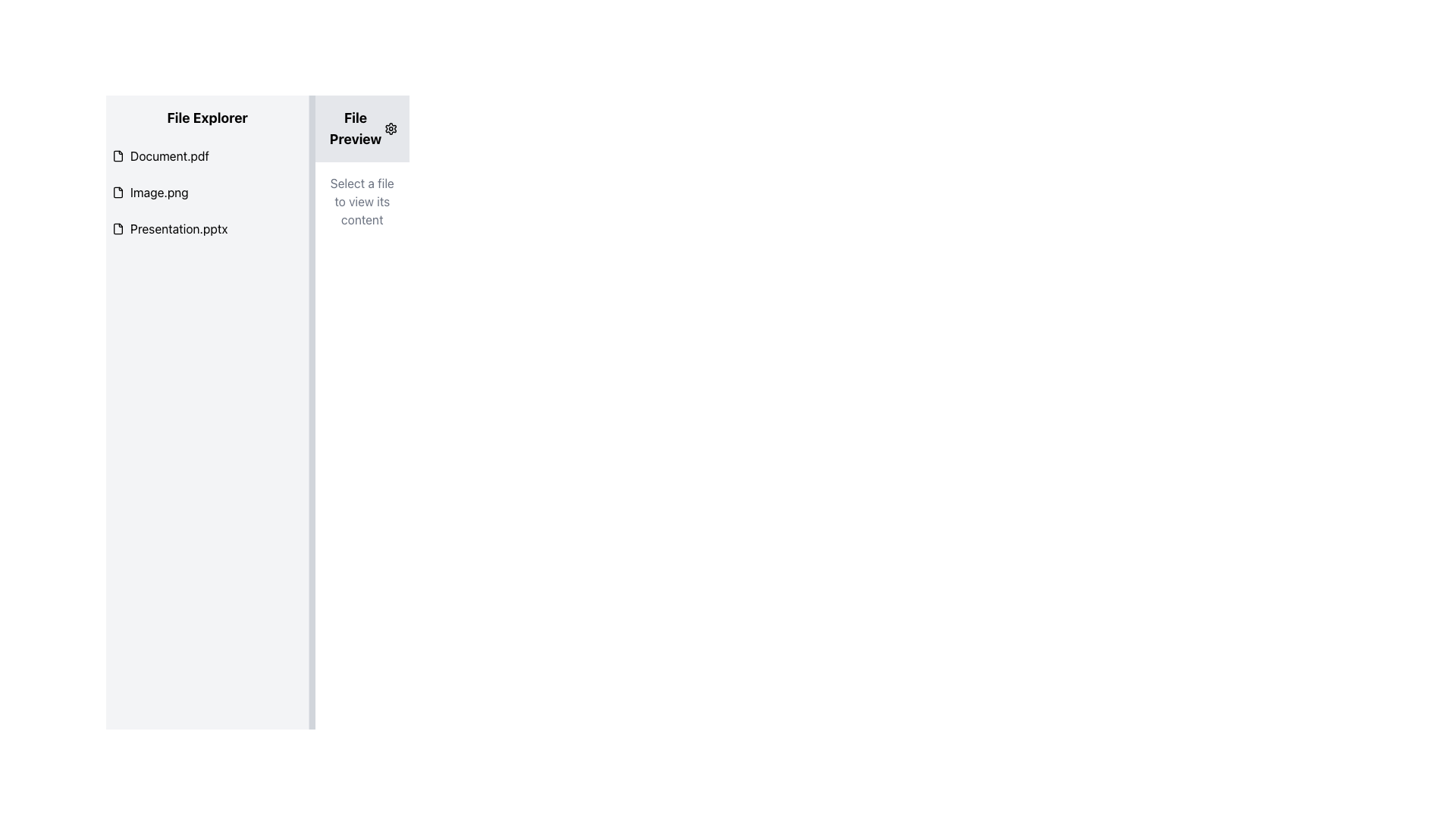 This screenshot has height=819, width=1456. What do you see at coordinates (159, 192) in the screenshot?
I see `the text label displaying 'Image.png', which is the second item in the vertical list of file entries in the 'File Explorer' section` at bounding box center [159, 192].